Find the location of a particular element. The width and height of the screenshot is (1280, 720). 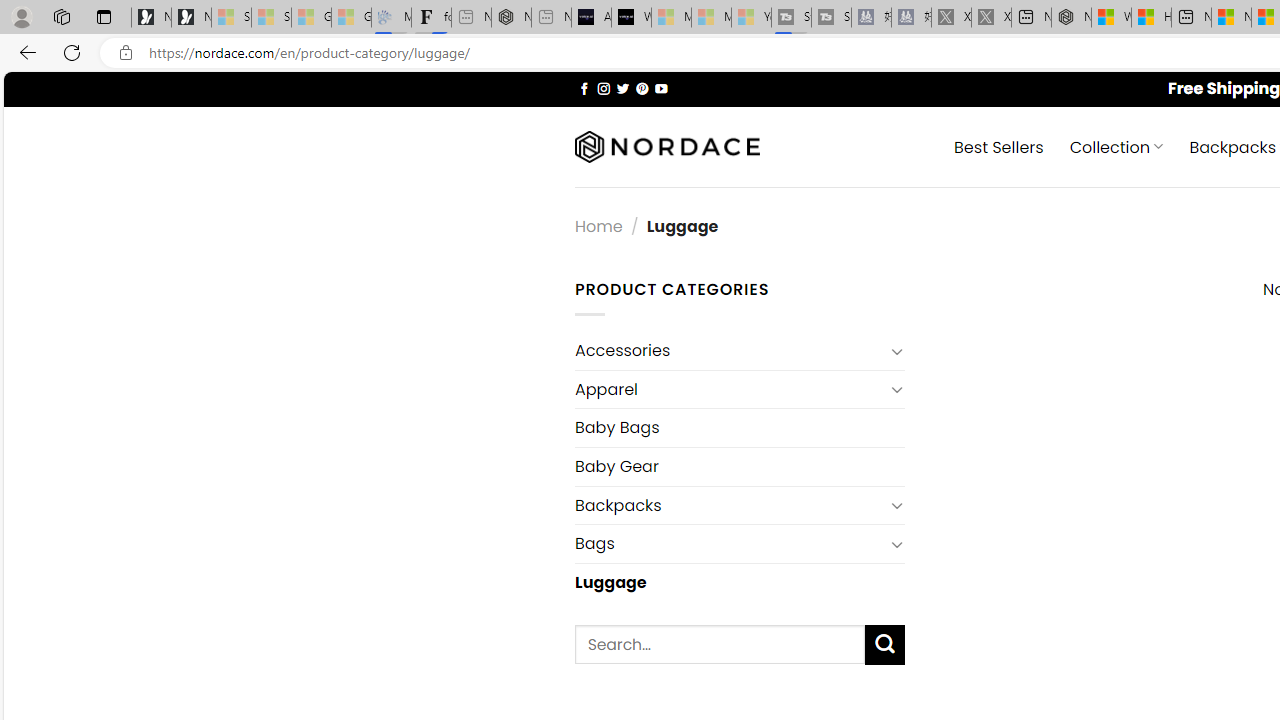

'Follow on Instagram' is located at coordinates (602, 87).